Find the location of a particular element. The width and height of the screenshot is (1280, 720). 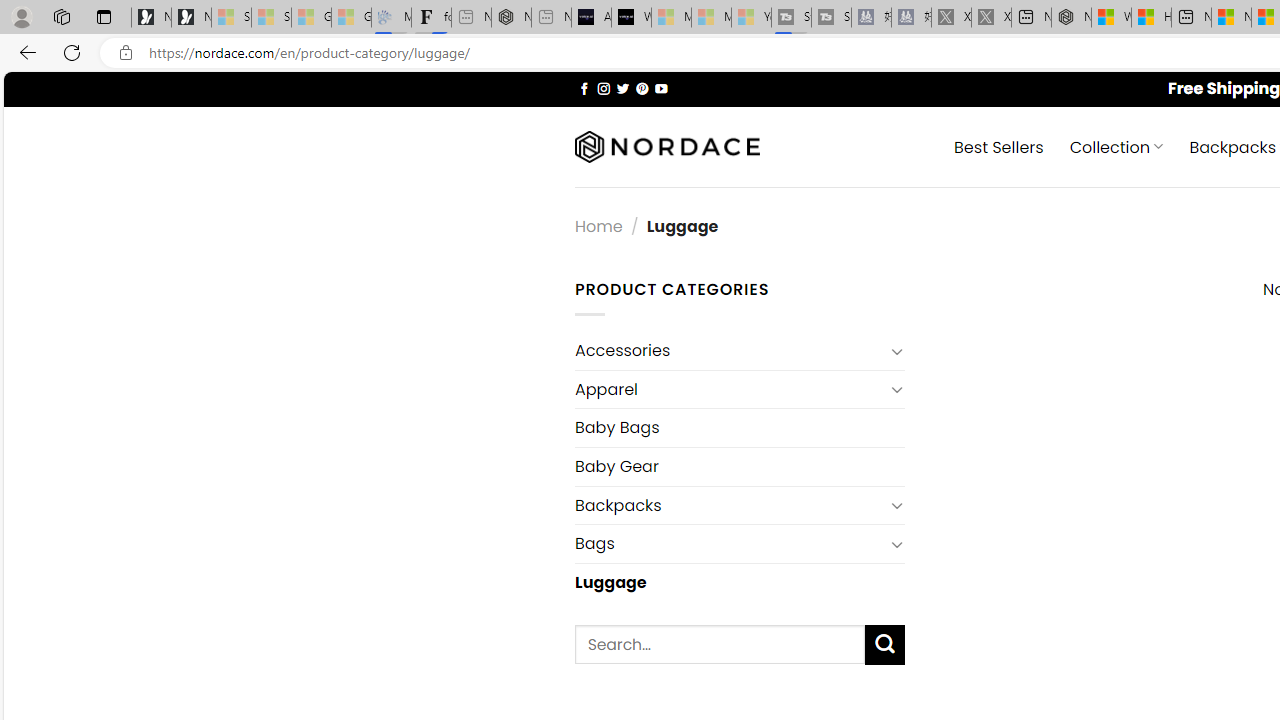

'Follow on Instagram' is located at coordinates (602, 87).